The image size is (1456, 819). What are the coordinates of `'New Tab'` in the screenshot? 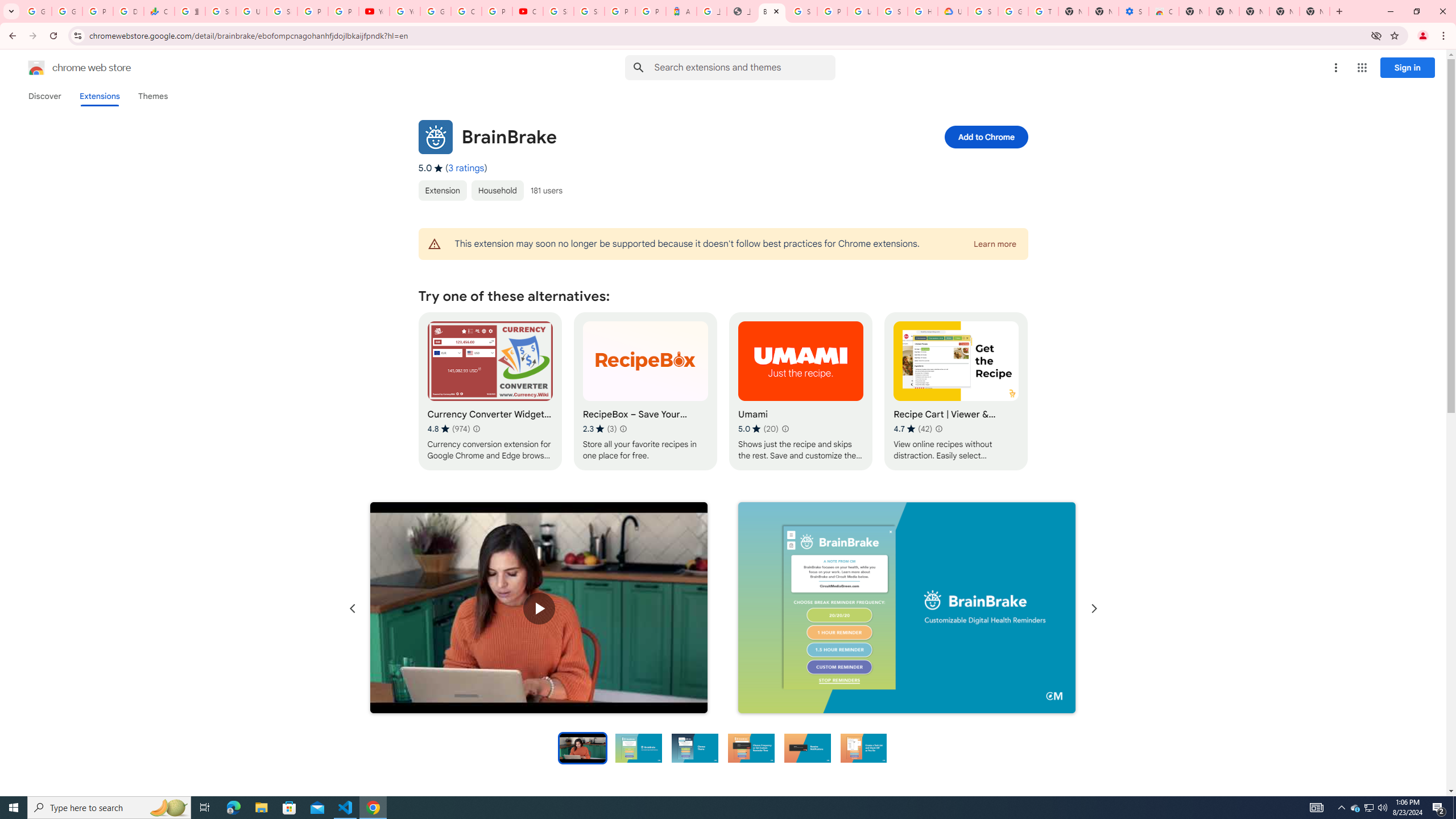 It's located at (1314, 11).